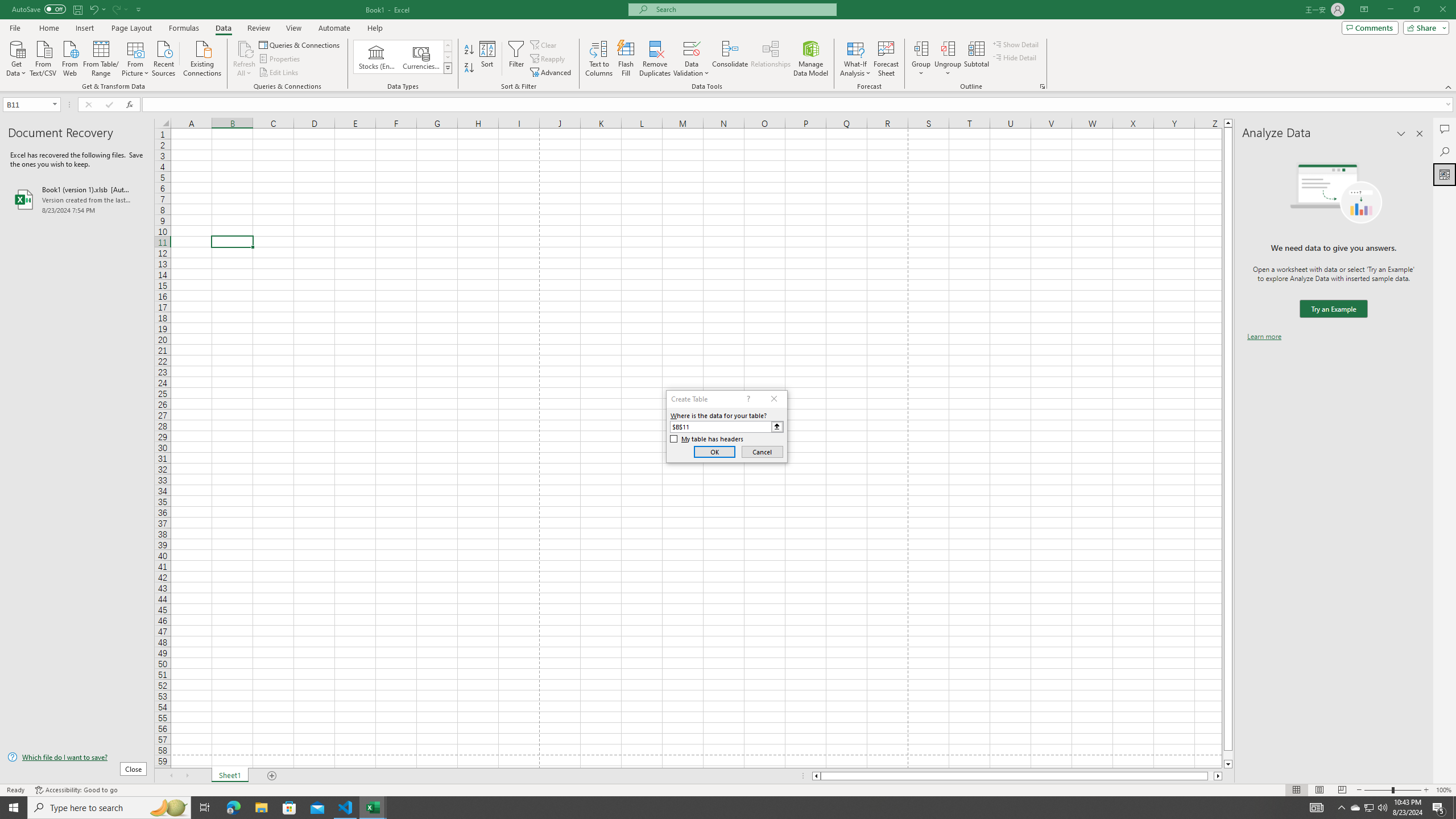 Image resolution: width=1456 pixels, height=819 pixels. What do you see at coordinates (544, 44) in the screenshot?
I see `'Clear'` at bounding box center [544, 44].